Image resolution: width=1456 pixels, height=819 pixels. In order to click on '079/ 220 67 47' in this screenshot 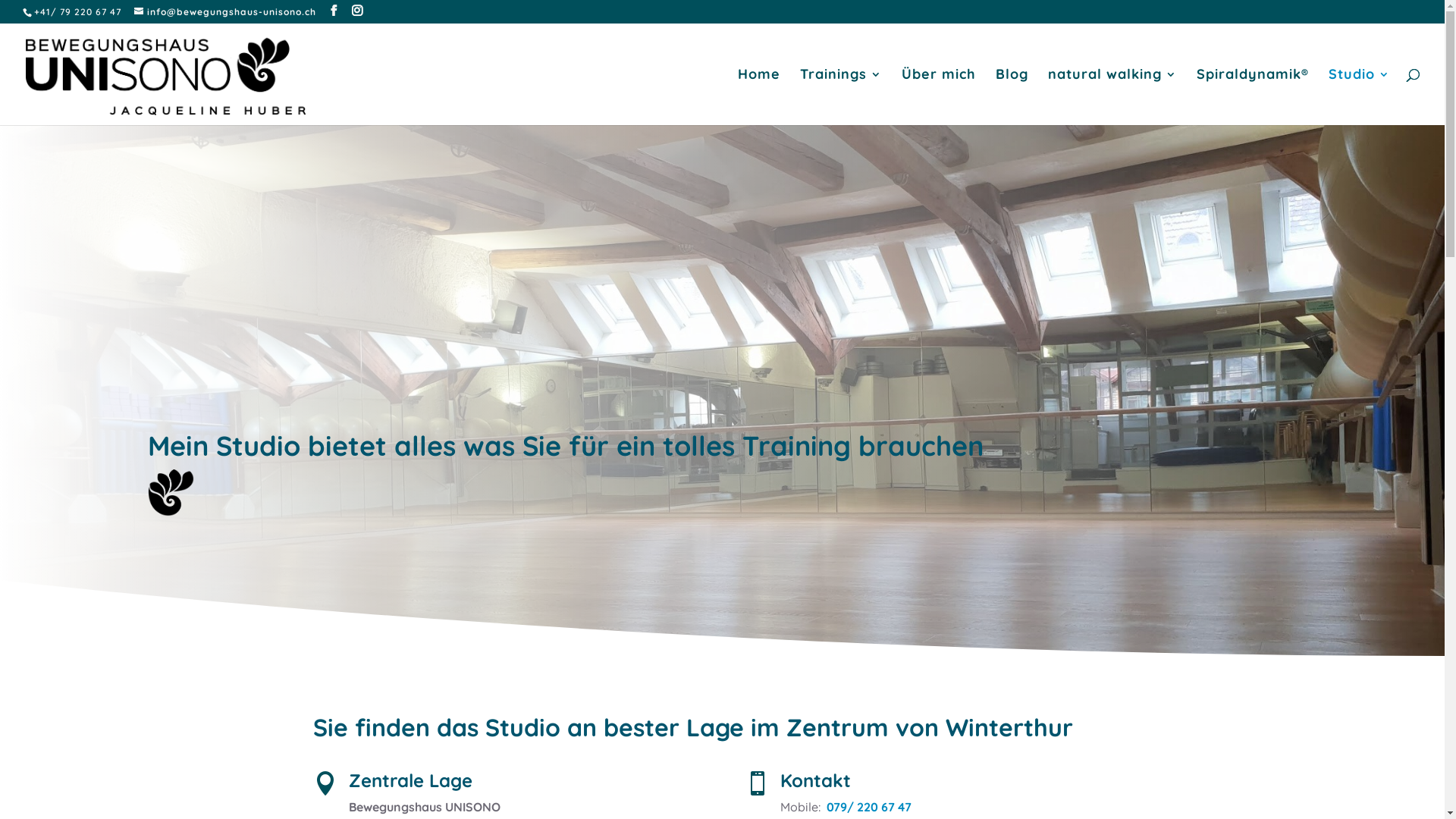, I will do `click(869, 806)`.